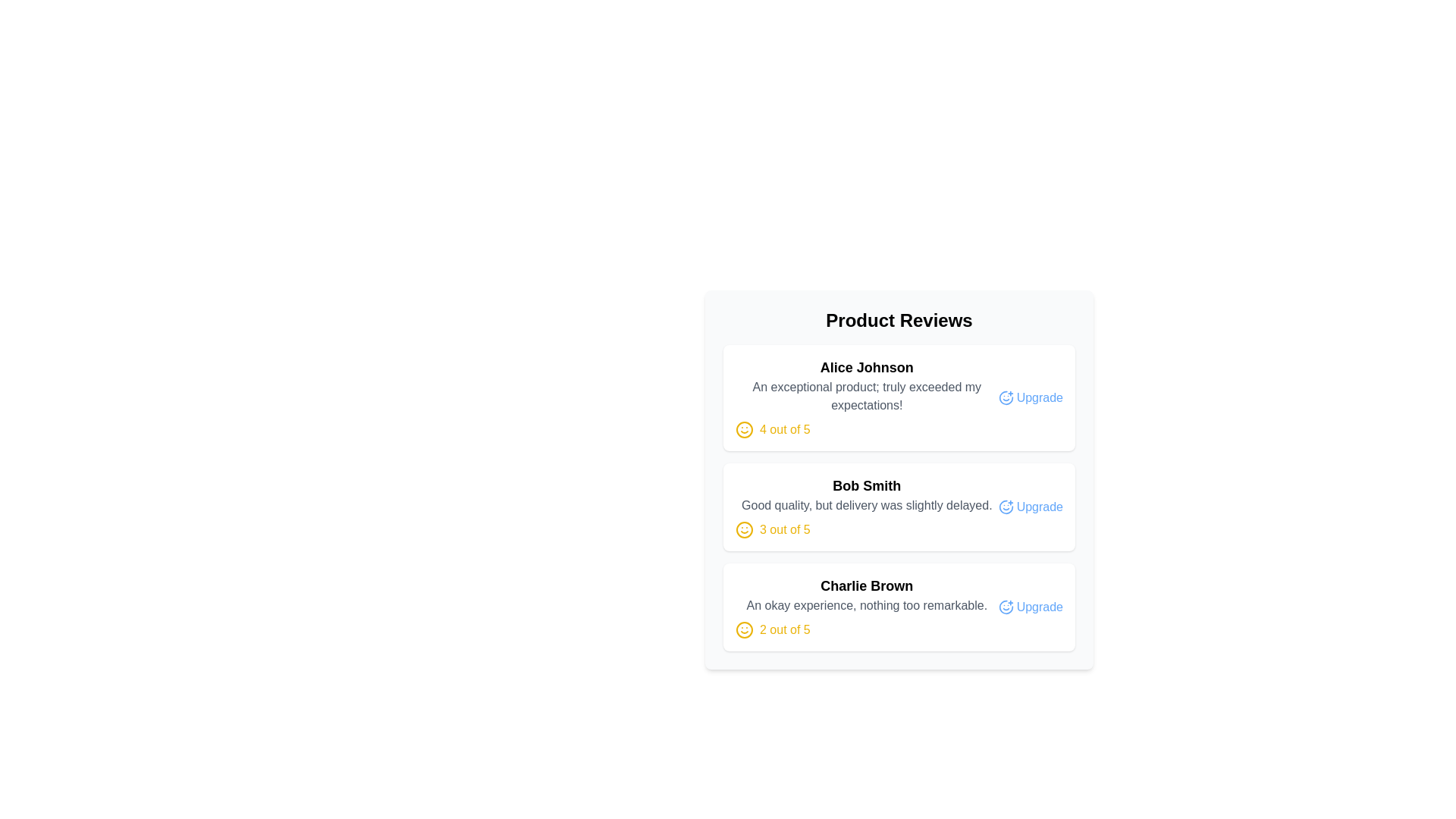  Describe the element at coordinates (867, 585) in the screenshot. I see `the reviewer name Charlie Brown to observe it` at that location.